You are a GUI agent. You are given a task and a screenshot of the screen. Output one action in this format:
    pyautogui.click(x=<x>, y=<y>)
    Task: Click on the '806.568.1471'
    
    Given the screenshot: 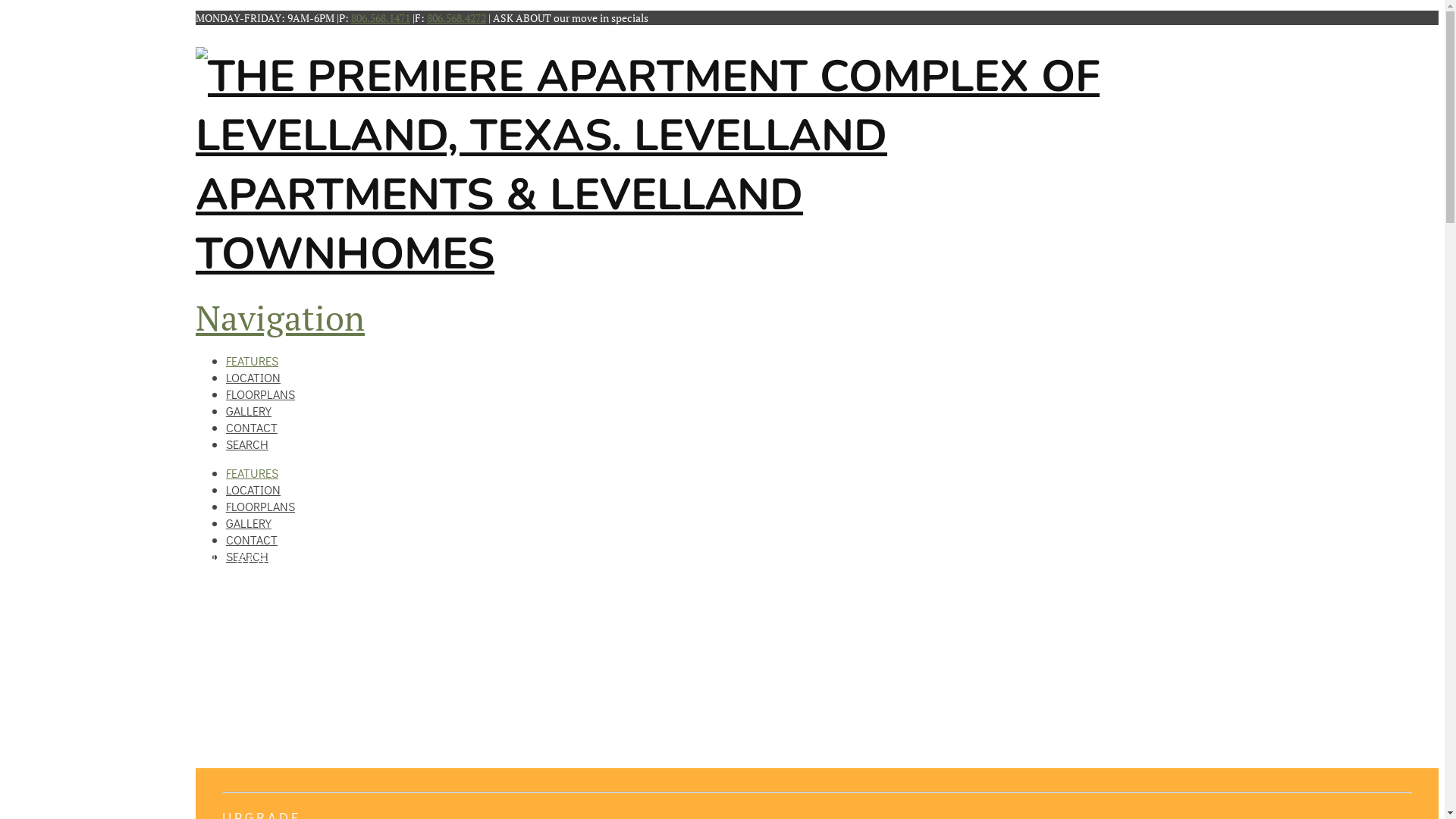 What is the action you would take?
    pyautogui.click(x=381, y=17)
    